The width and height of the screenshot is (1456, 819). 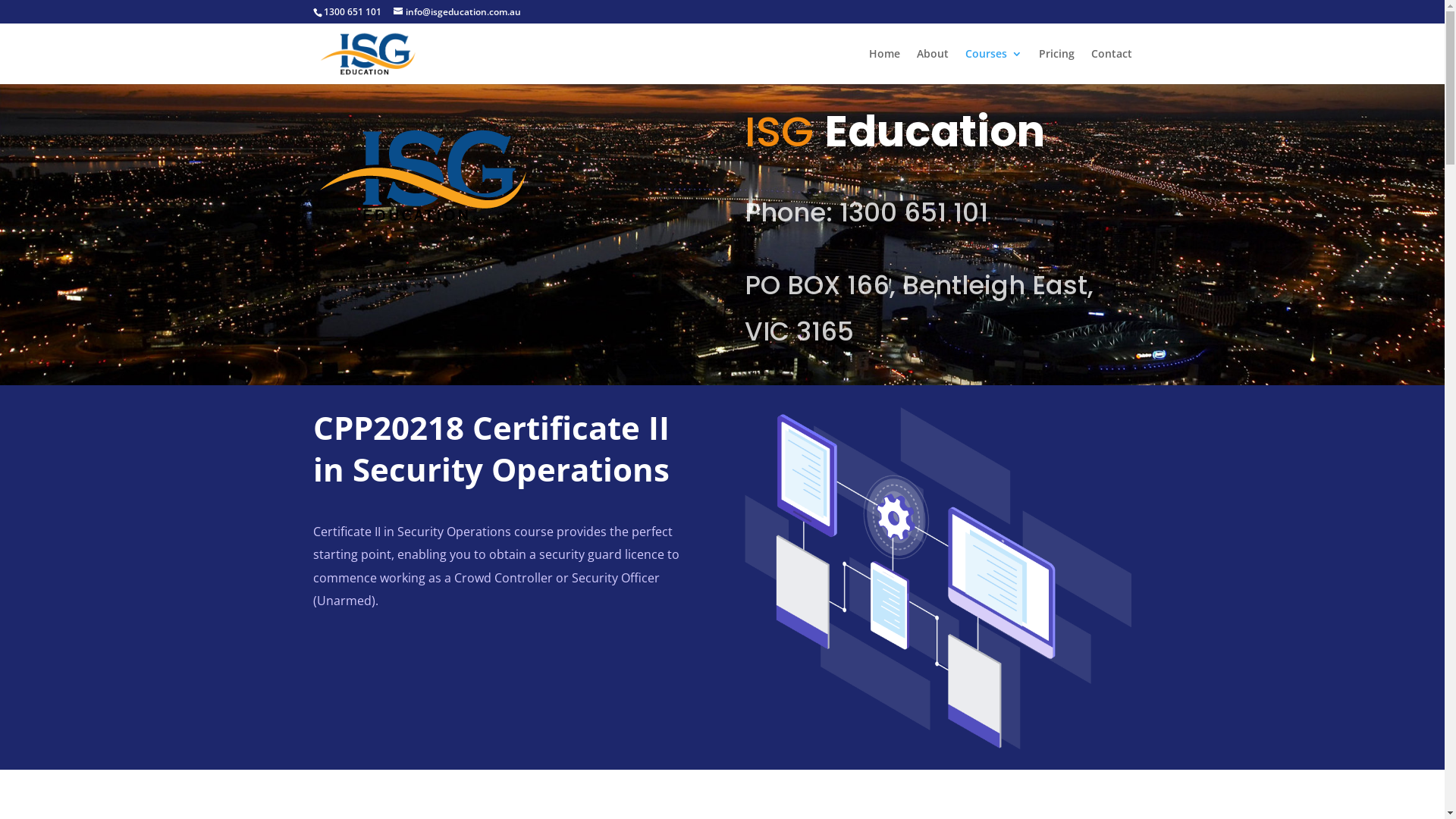 I want to click on 'Pricing', so click(x=1056, y=65).